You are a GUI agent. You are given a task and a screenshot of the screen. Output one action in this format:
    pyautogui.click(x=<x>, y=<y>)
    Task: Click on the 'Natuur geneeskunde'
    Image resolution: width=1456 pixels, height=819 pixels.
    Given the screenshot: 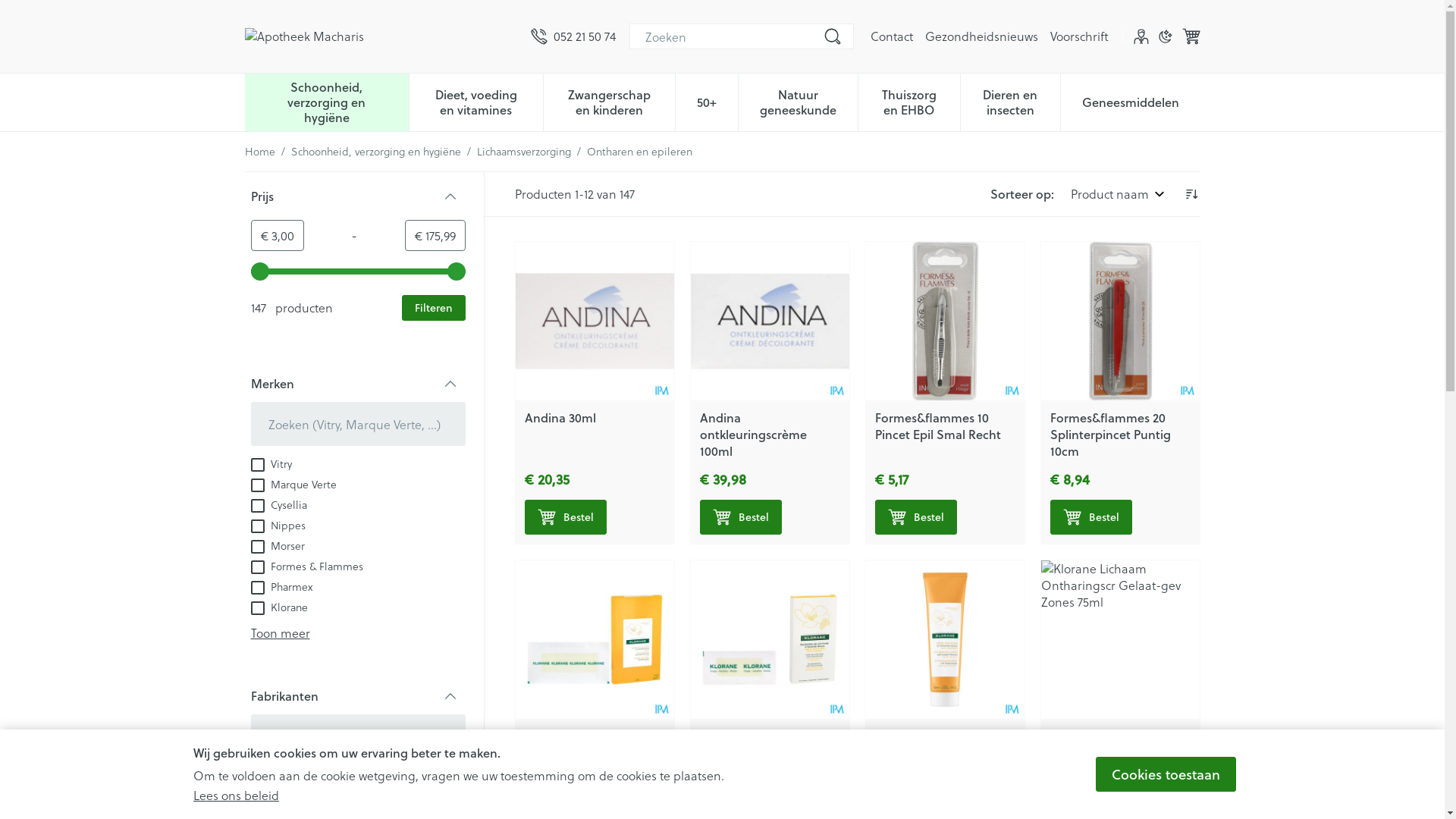 What is the action you would take?
    pyautogui.click(x=797, y=100)
    